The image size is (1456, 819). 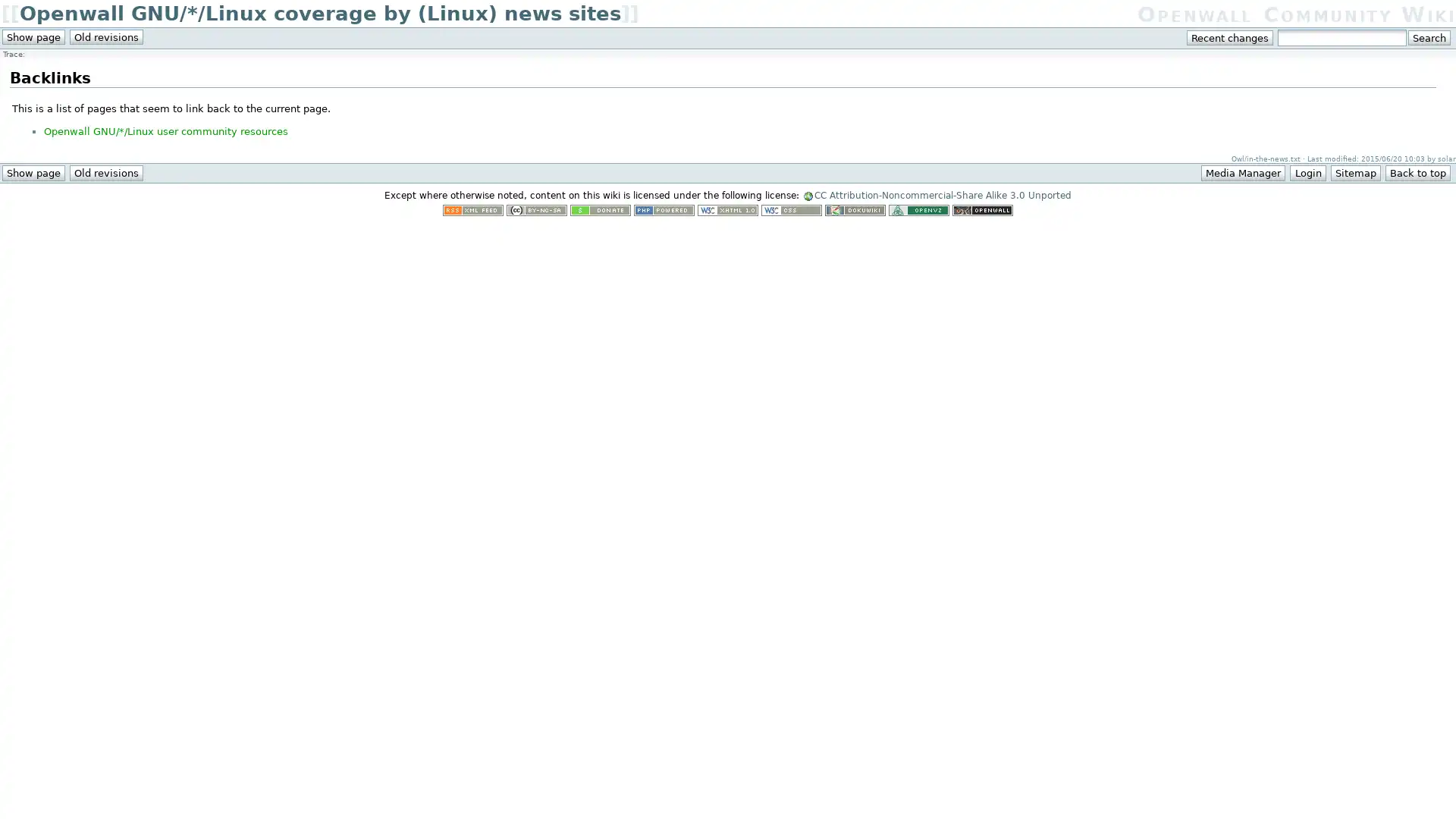 What do you see at coordinates (1417, 171) in the screenshot?
I see `Back to top` at bounding box center [1417, 171].